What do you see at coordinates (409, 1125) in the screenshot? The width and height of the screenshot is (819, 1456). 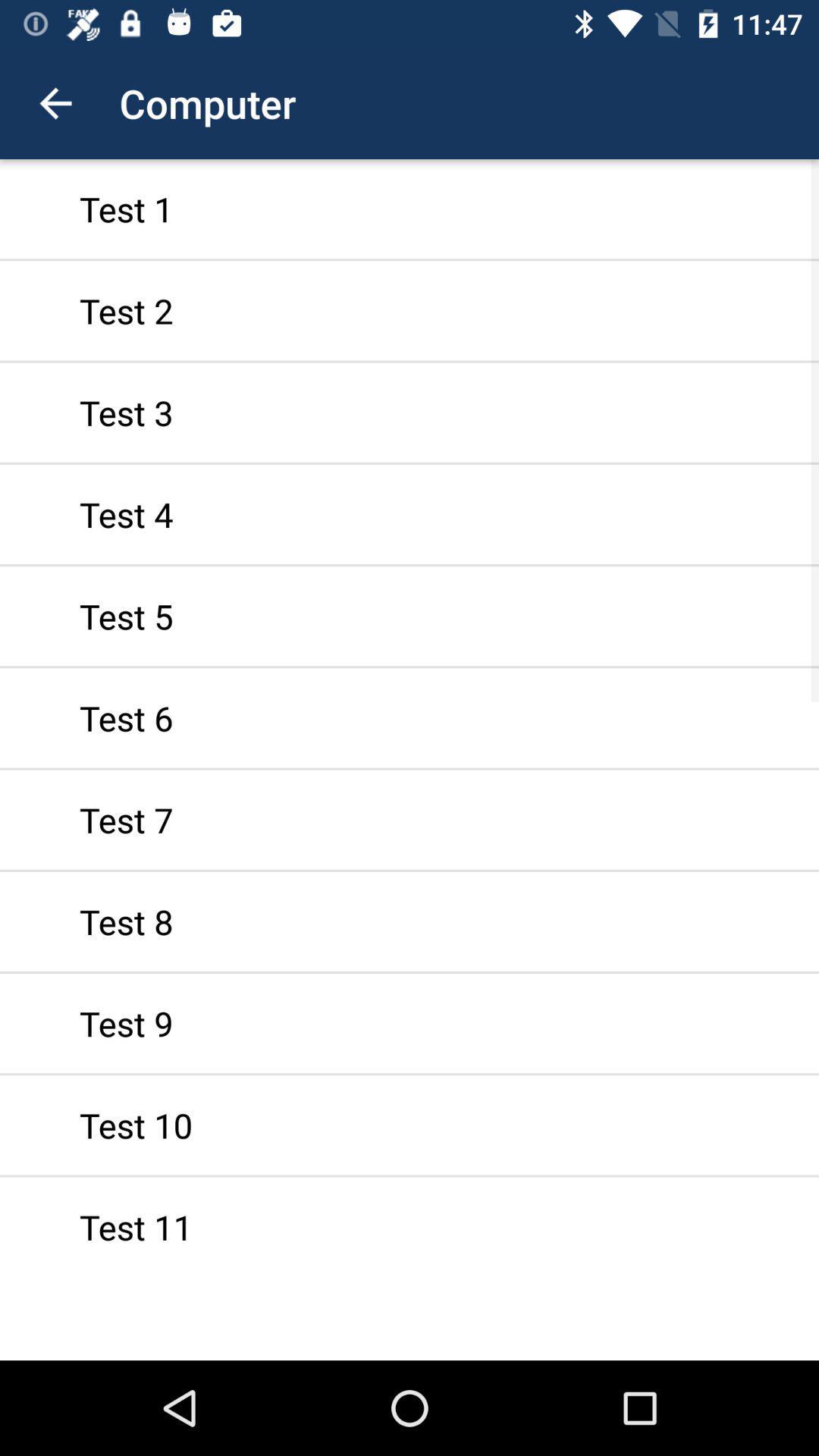 I see `the item below the test 9` at bounding box center [409, 1125].